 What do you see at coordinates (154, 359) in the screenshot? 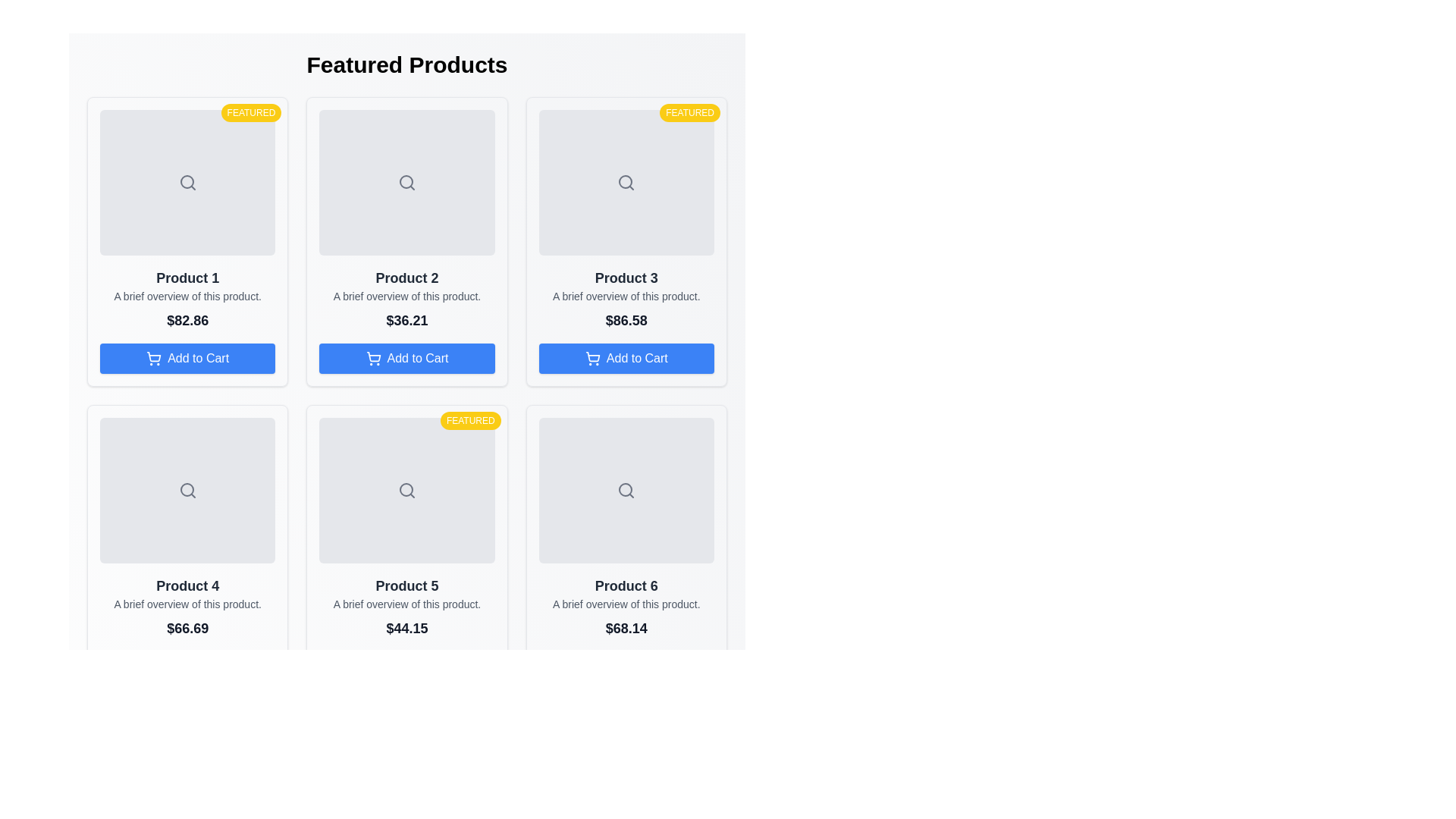
I see `the shopping cart icon within the 'Add to Cart' button for 'Product 1' located in the top-left section of the product grid` at bounding box center [154, 359].